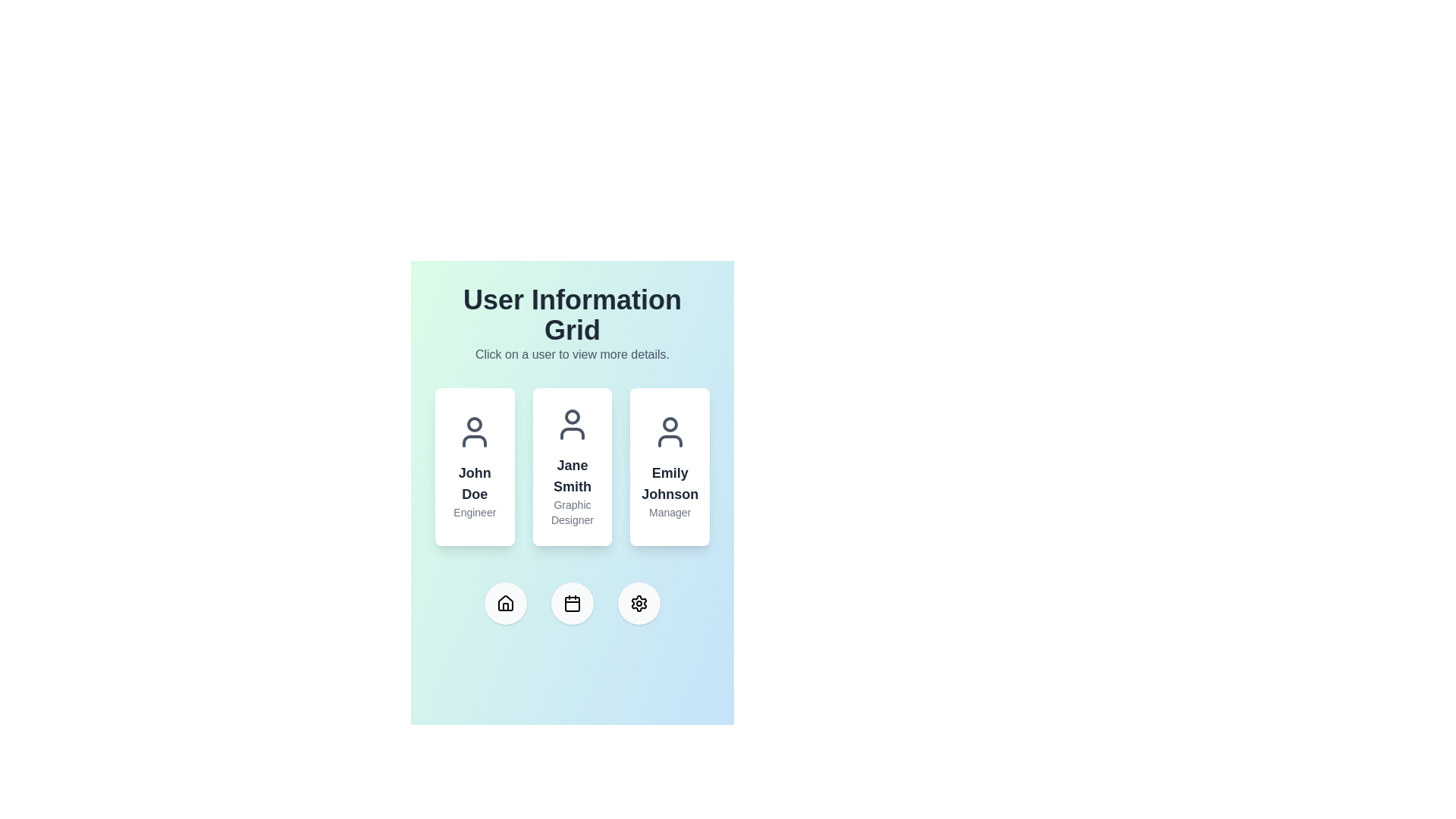 This screenshot has height=819, width=1456. What do you see at coordinates (669, 432) in the screenshot?
I see `the user profile icon representing Emily Johnson, Manager, which is styled with a circular head and semi-circular body outline and is located at the top center of her profile card` at bounding box center [669, 432].